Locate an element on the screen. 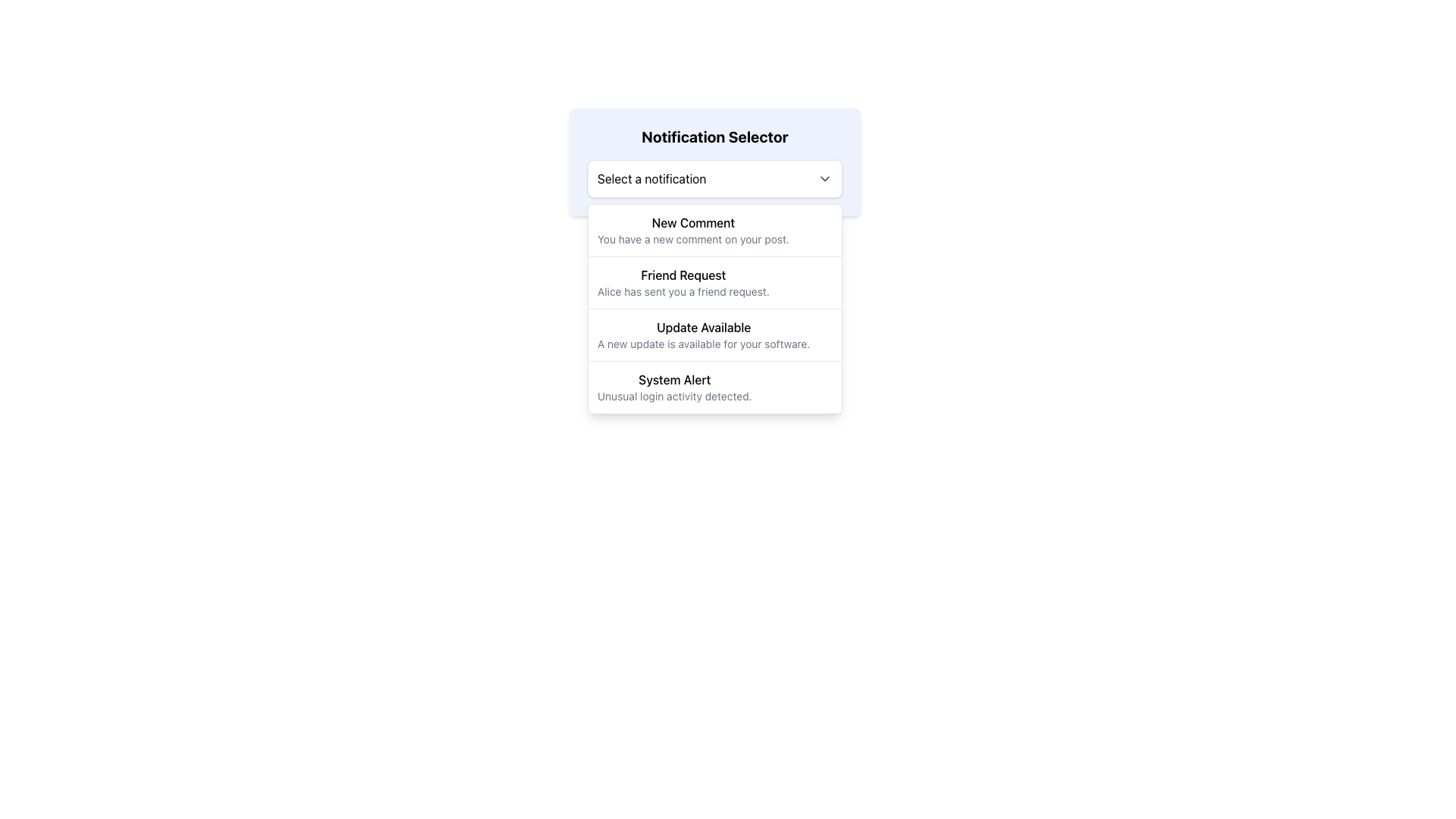  the text label that says 'A new update is available for your software.' located beneath the 'Update Available' heading in the Notification Selector dropdown menu is located at coordinates (703, 344).